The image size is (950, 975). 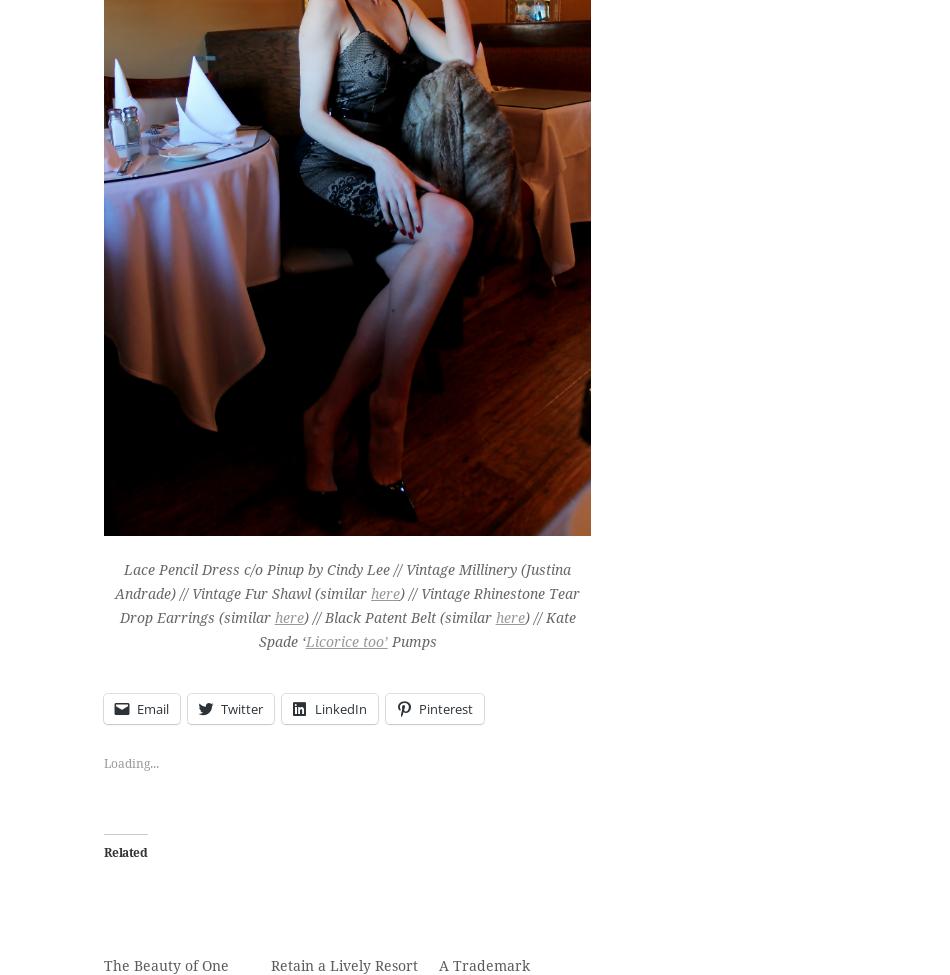 What do you see at coordinates (445, 707) in the screenshot?
I see `'Pinterest'` at bounding box center [445, 707].